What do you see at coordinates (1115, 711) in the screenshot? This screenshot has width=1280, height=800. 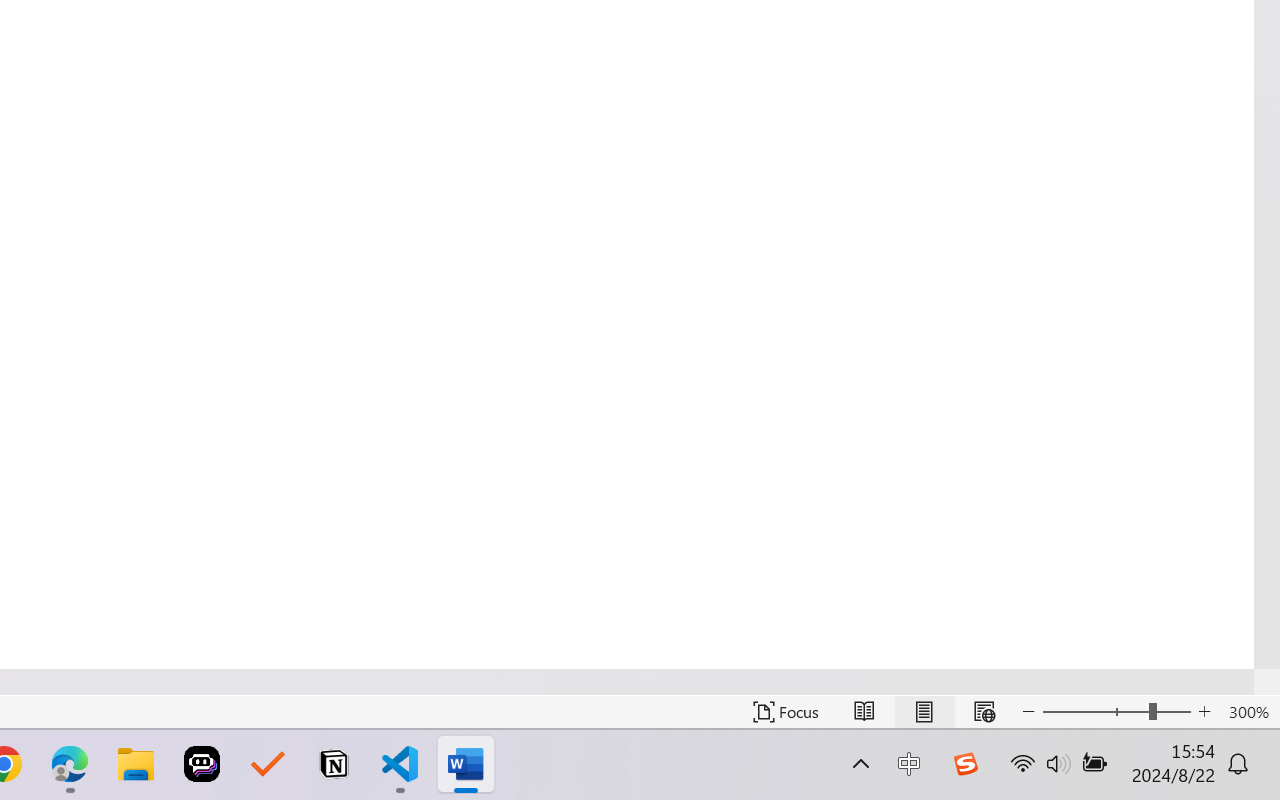 I see `'Zoom'` at bounding box center [1115, 711].